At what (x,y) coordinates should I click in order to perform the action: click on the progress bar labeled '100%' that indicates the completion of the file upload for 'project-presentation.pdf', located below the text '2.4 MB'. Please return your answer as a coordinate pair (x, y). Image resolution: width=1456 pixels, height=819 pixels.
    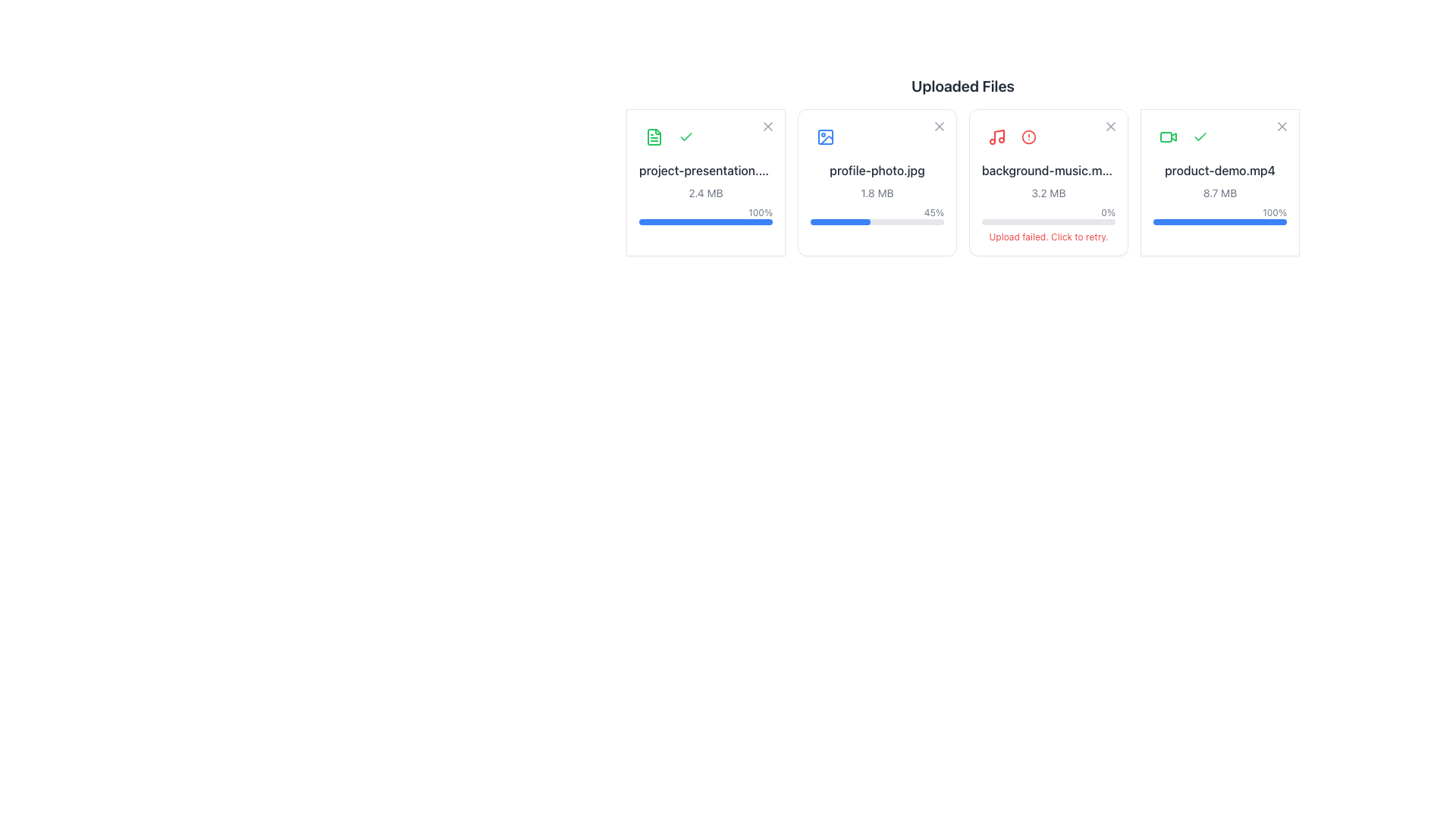
    Looking at the image, I should click on (705, 216).